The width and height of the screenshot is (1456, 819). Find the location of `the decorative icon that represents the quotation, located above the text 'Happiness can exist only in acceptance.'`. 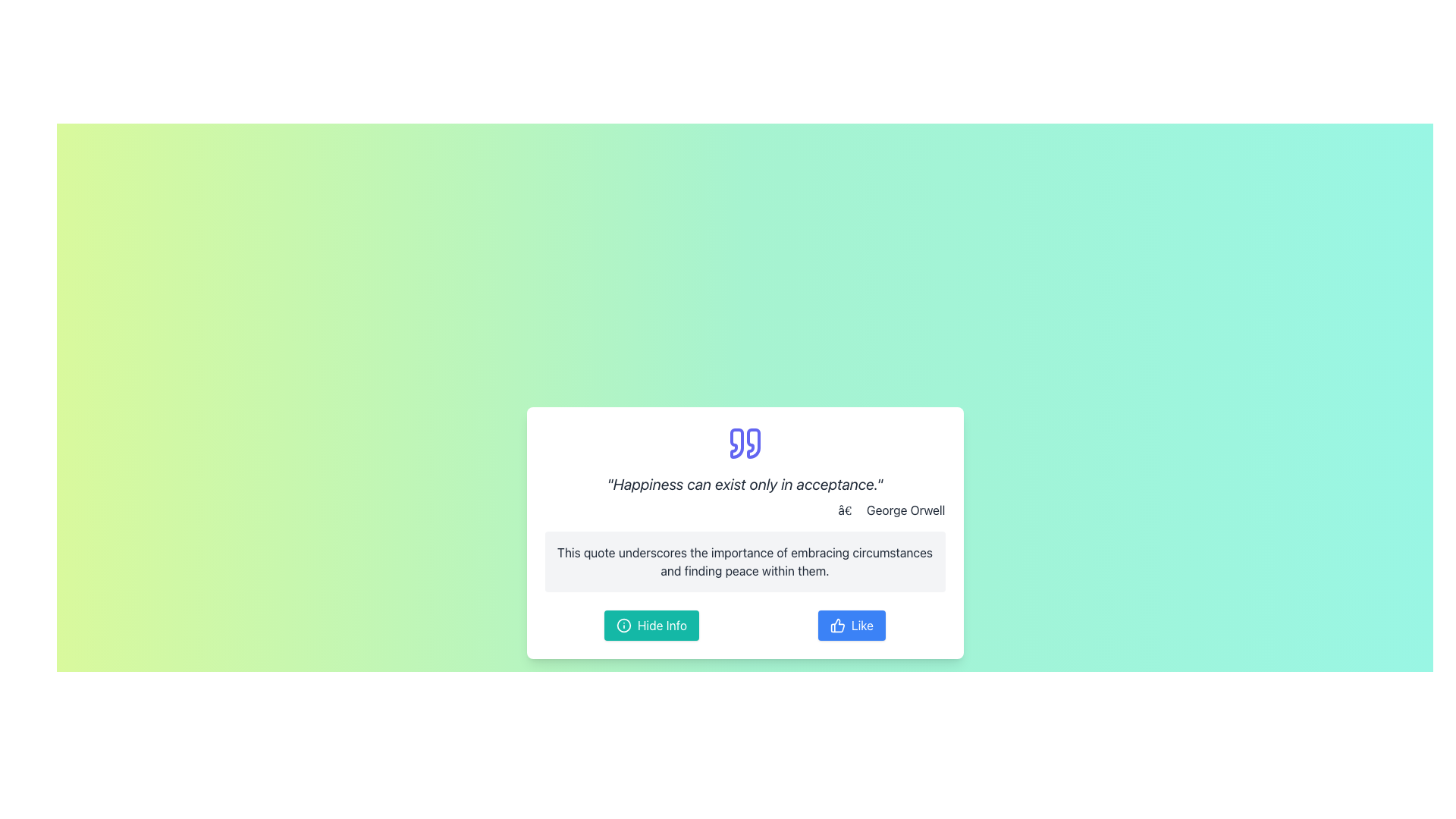

the decorative icon that represents the quotation, located above the text 'Happiness can exist only in acceptance.' is located at coordinates (745, 444).